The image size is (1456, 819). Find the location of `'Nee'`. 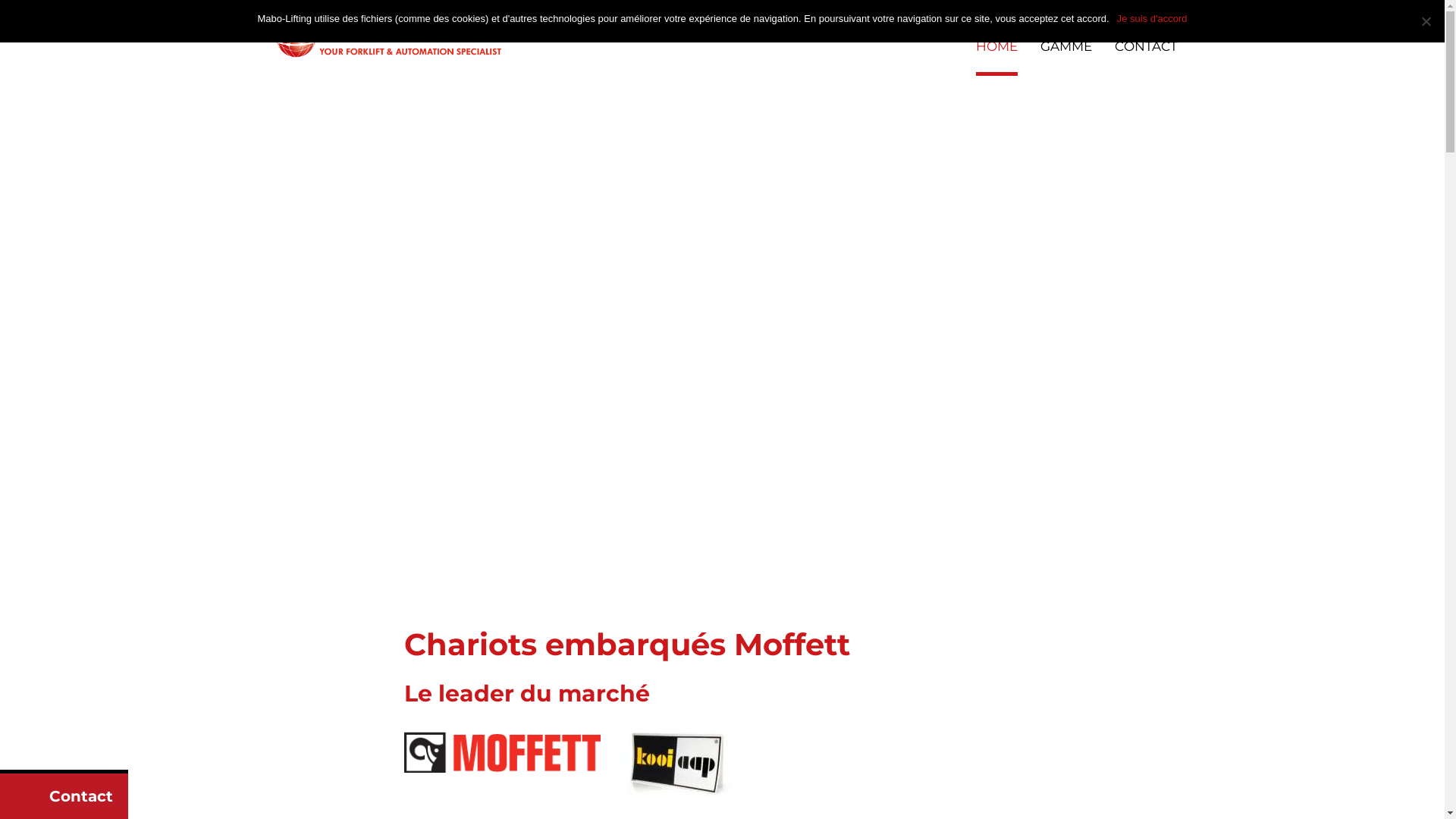

'Nee' is located at coordinates (1425, 20).